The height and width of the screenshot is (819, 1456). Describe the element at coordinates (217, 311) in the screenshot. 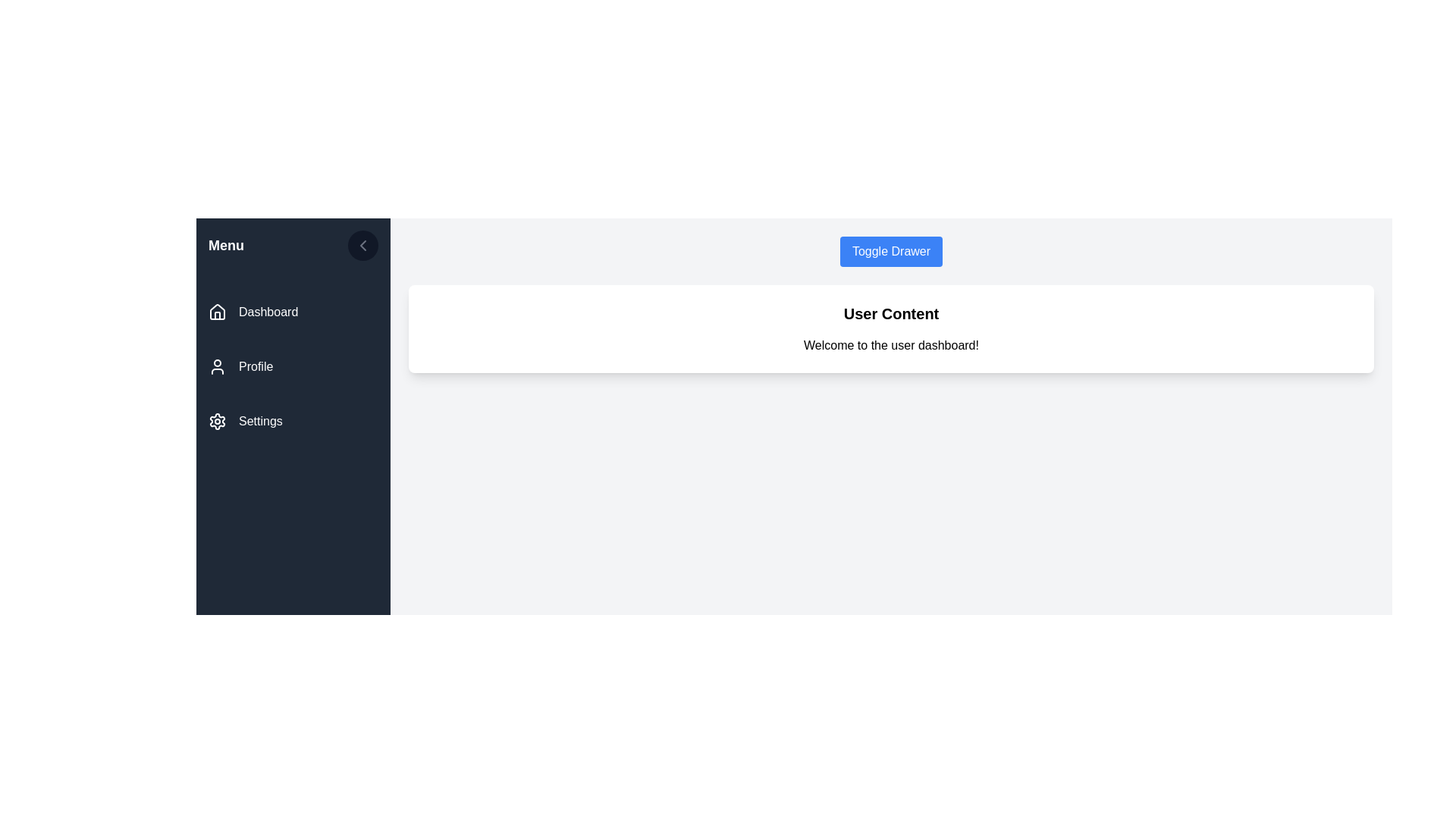

I see `the 'Home' or 'Dashboard' icon located in the sidebar menu next to the label 'Dashboard'` at that location.